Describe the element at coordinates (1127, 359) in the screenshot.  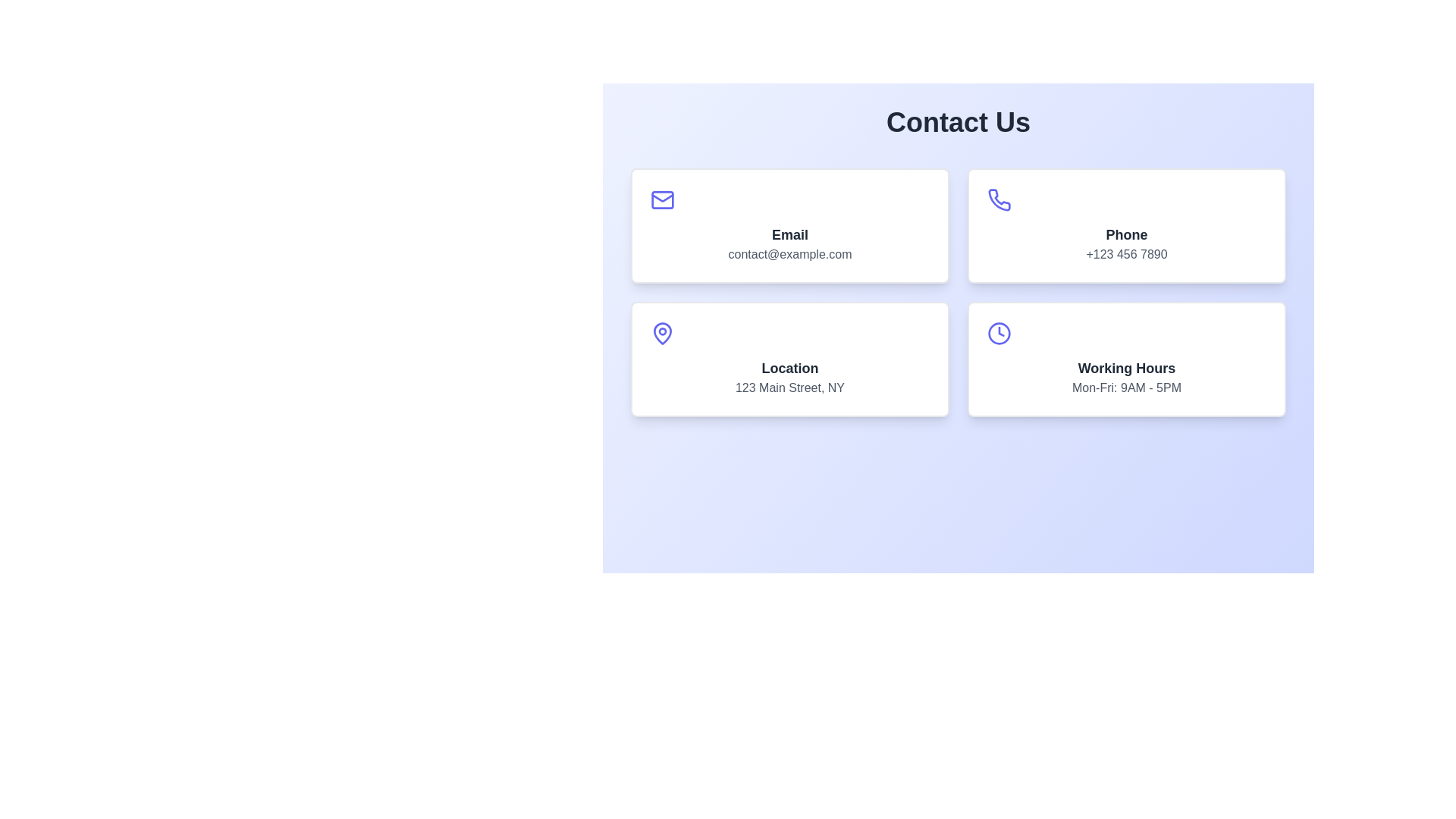
I see `information displayed on the card element with the text 'Working Hours' and the details 'Mon-Fri: 9AM - 5PM', which is located in the bottom-right position of the four-card grid layout` at that location.